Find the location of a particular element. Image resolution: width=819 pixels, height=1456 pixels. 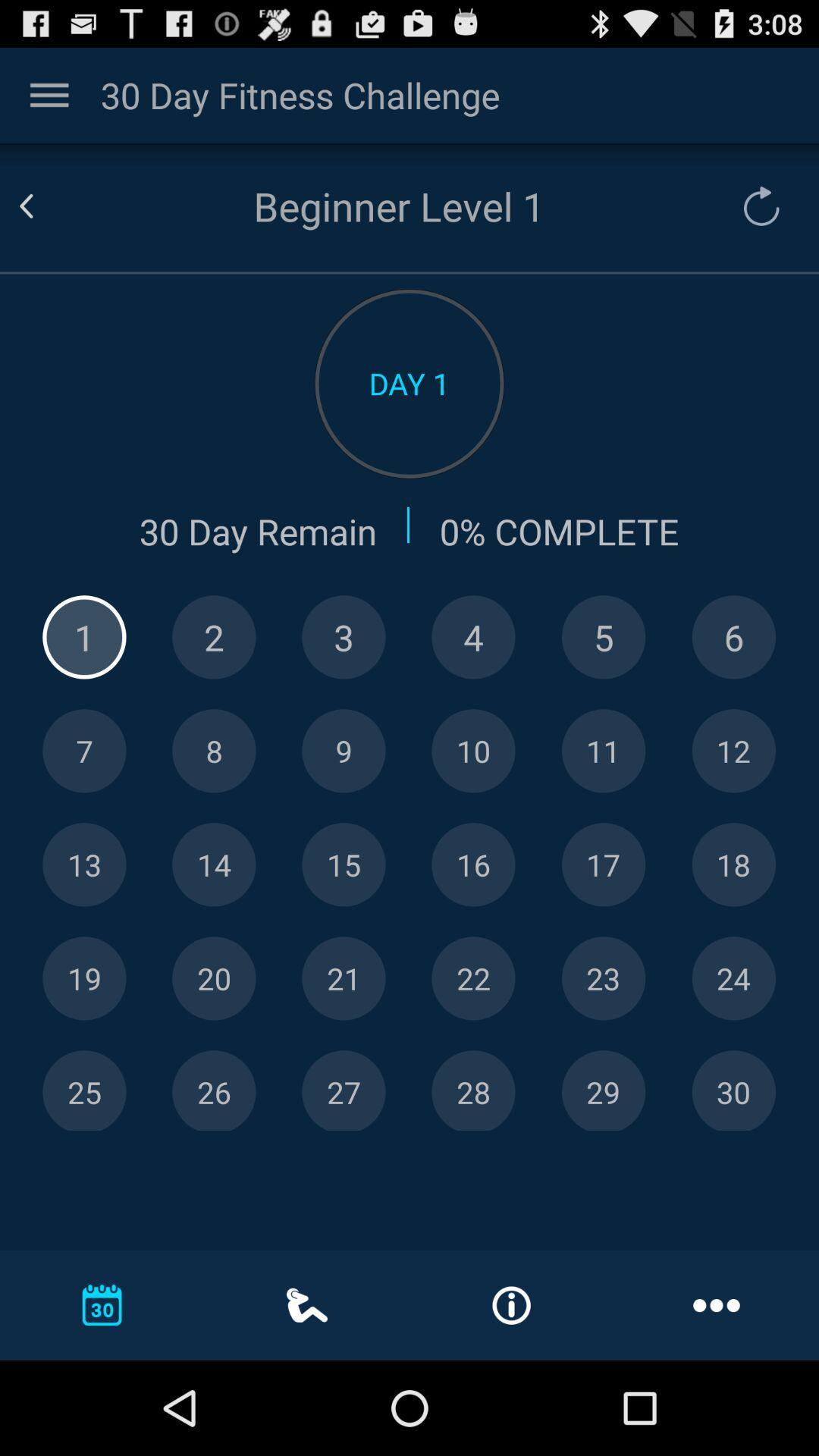

the arrow_backward icon is located at coordinates (44, 220).